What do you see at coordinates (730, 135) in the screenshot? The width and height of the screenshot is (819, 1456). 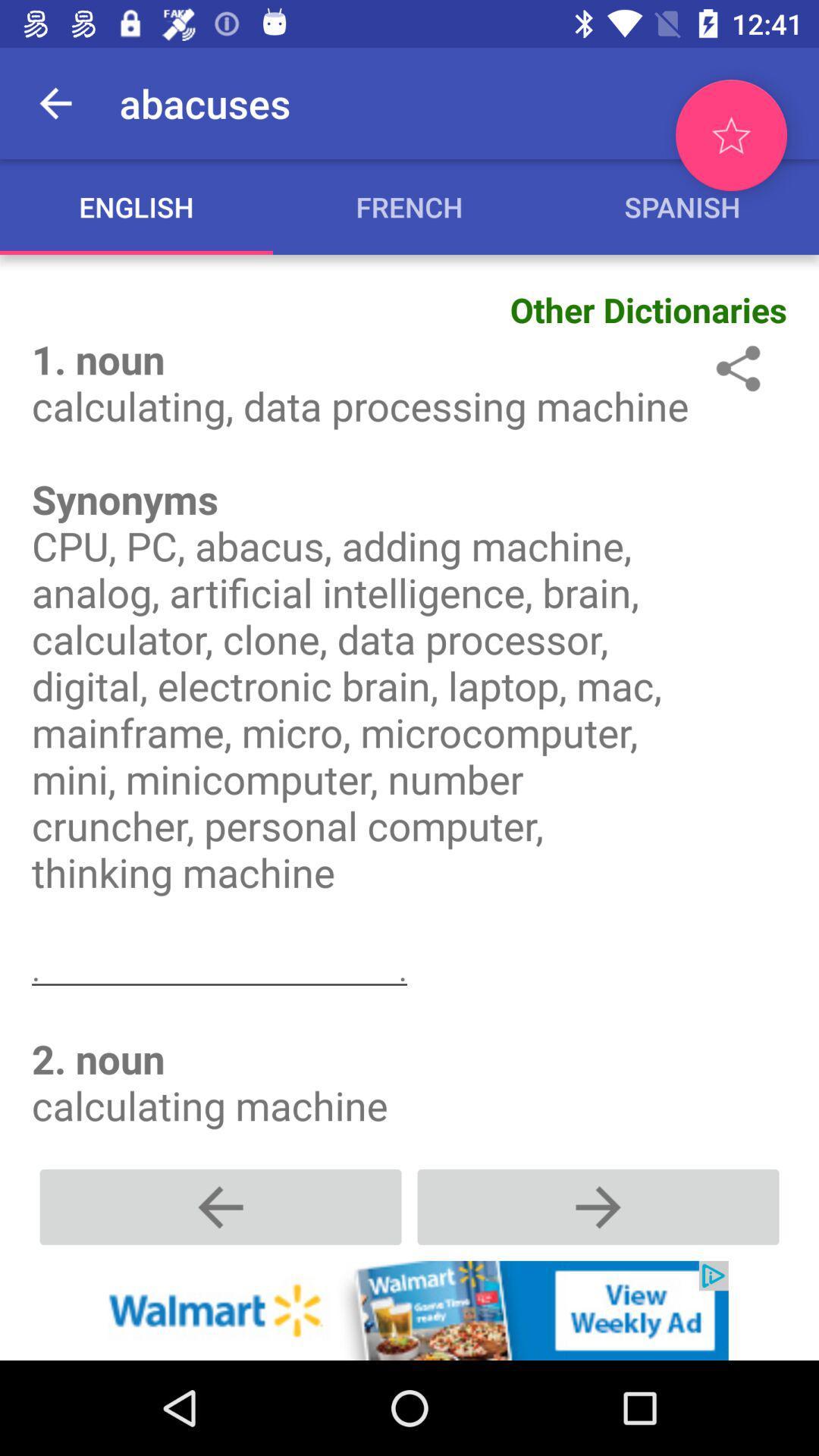 I see `star button` at bounding box center [730, 135].